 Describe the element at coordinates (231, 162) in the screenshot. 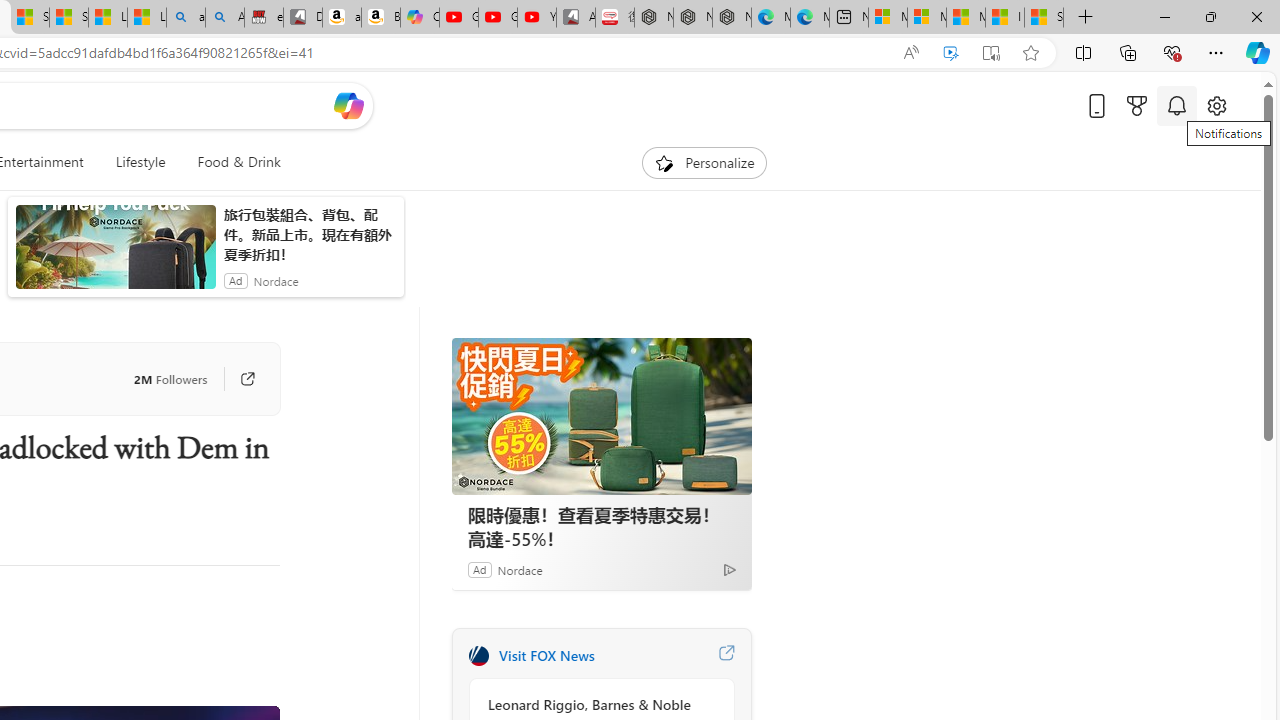

I see `'Food & Drink'` at that location.